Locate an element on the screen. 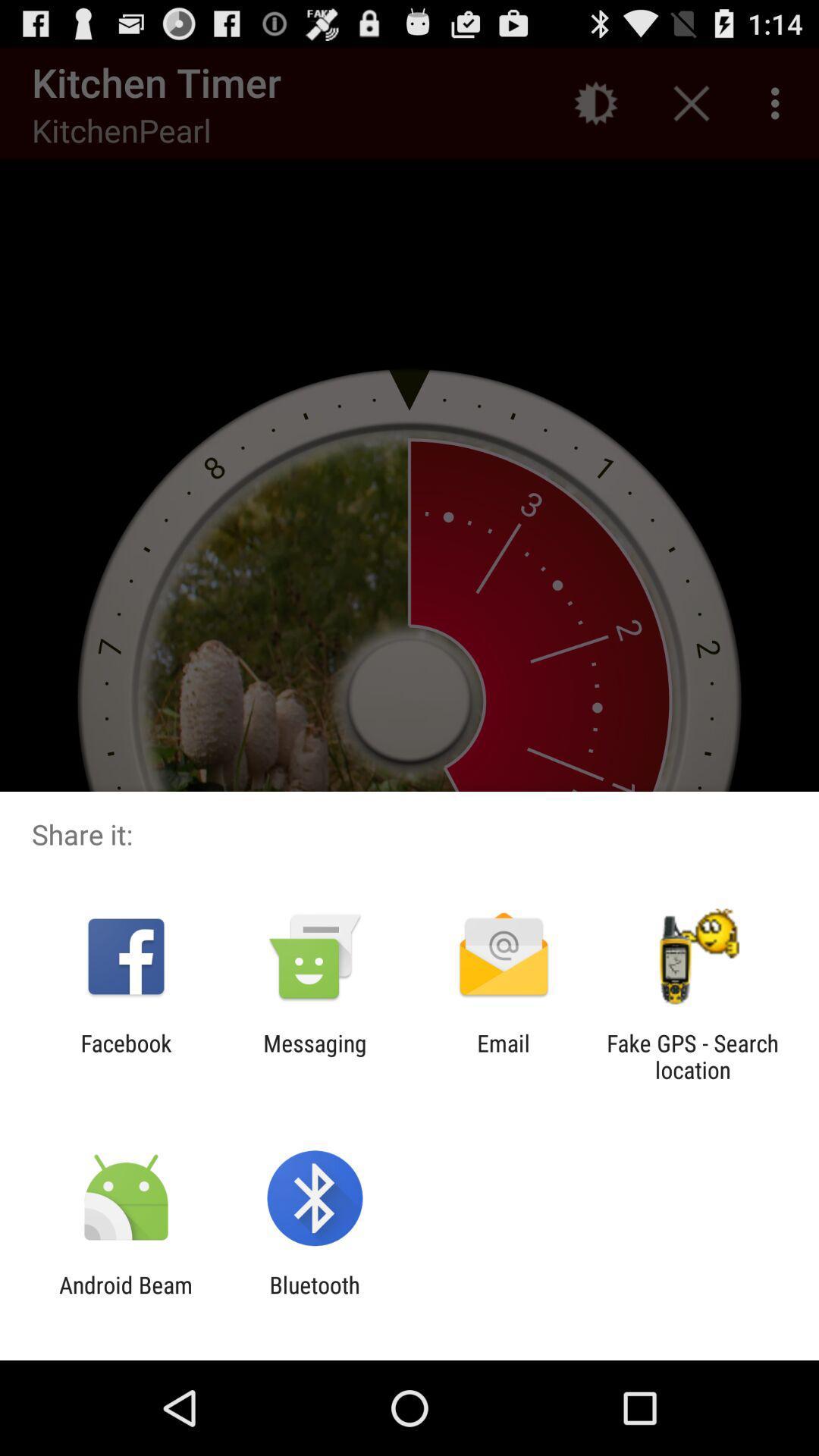 The image size is (819, 1456). the messaging item is located at coordinates (314, 1056).